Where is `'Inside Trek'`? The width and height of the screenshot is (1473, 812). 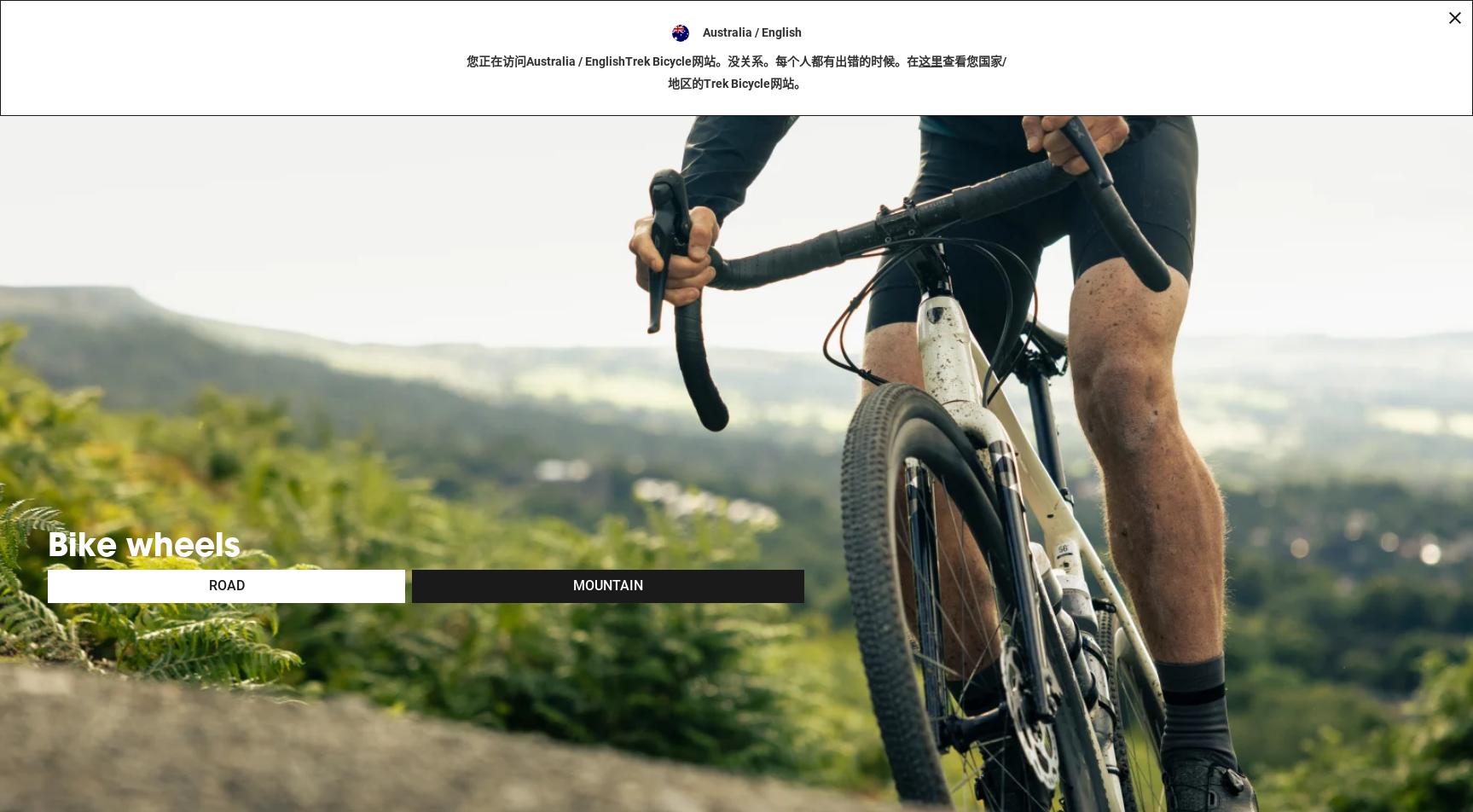
'Inside Trek' is located at coordinates (913, 51).